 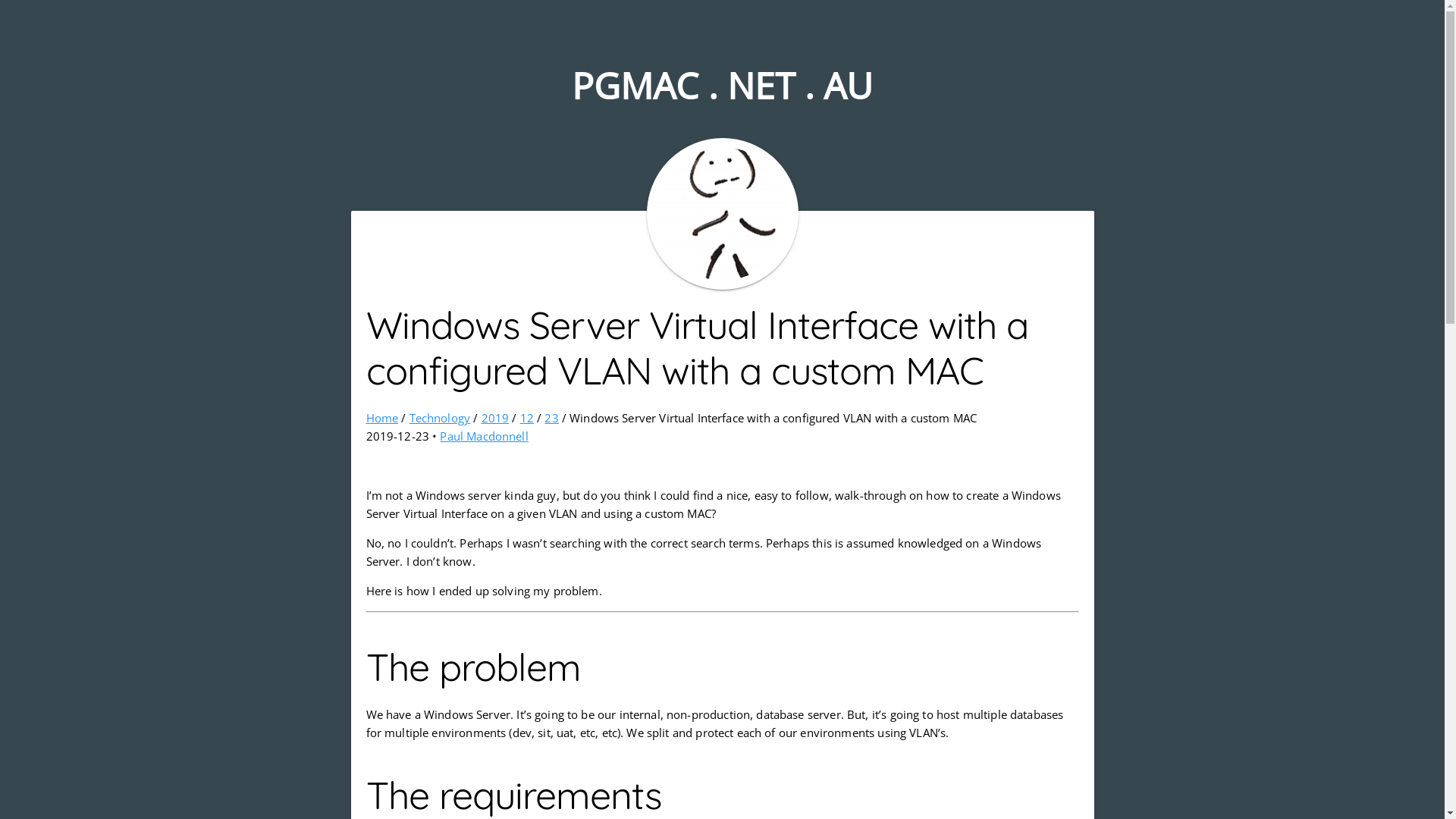 What do you see at coordinates (439, 435) in the screenshot?
I see `'Paul Macdonnell'` at bounding box center [439, 435].